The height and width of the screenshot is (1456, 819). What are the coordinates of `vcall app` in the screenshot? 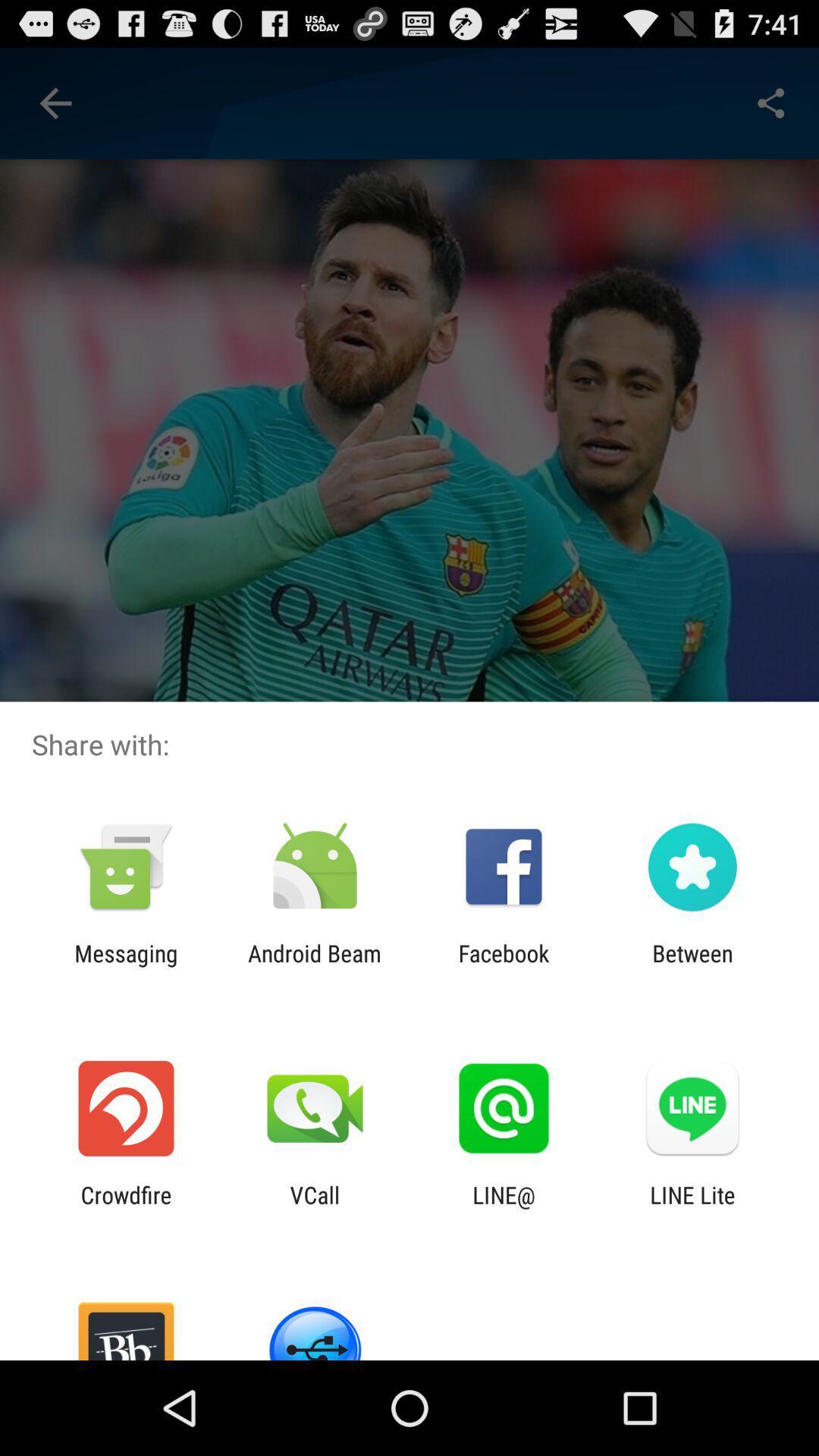 It's located at (314, 1207).